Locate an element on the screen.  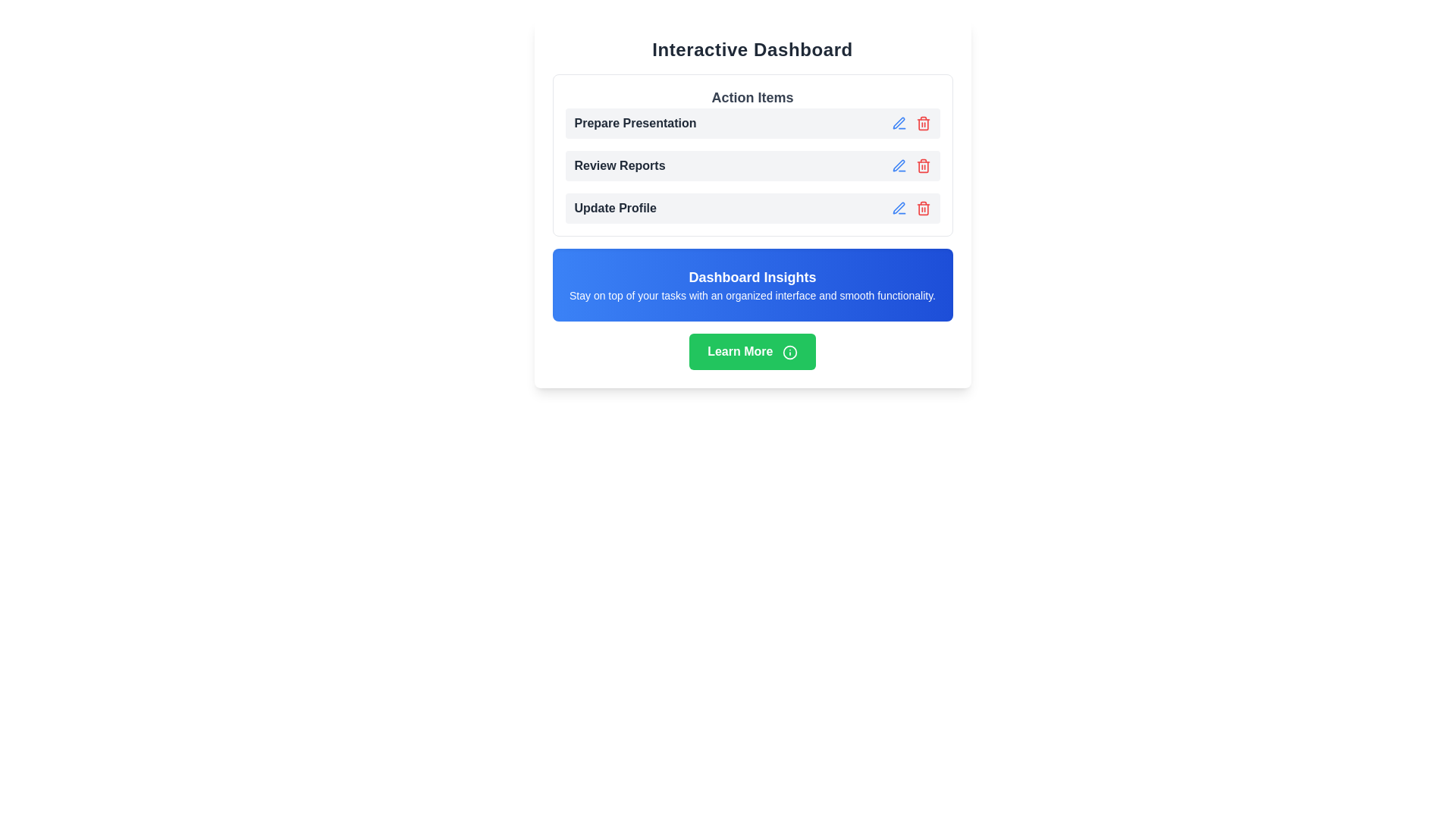
the stylized pen icon representing an edit action located in the second row of action items labeled 'Review Reports' to initiate an edit action is located at coordinates (899, 165).